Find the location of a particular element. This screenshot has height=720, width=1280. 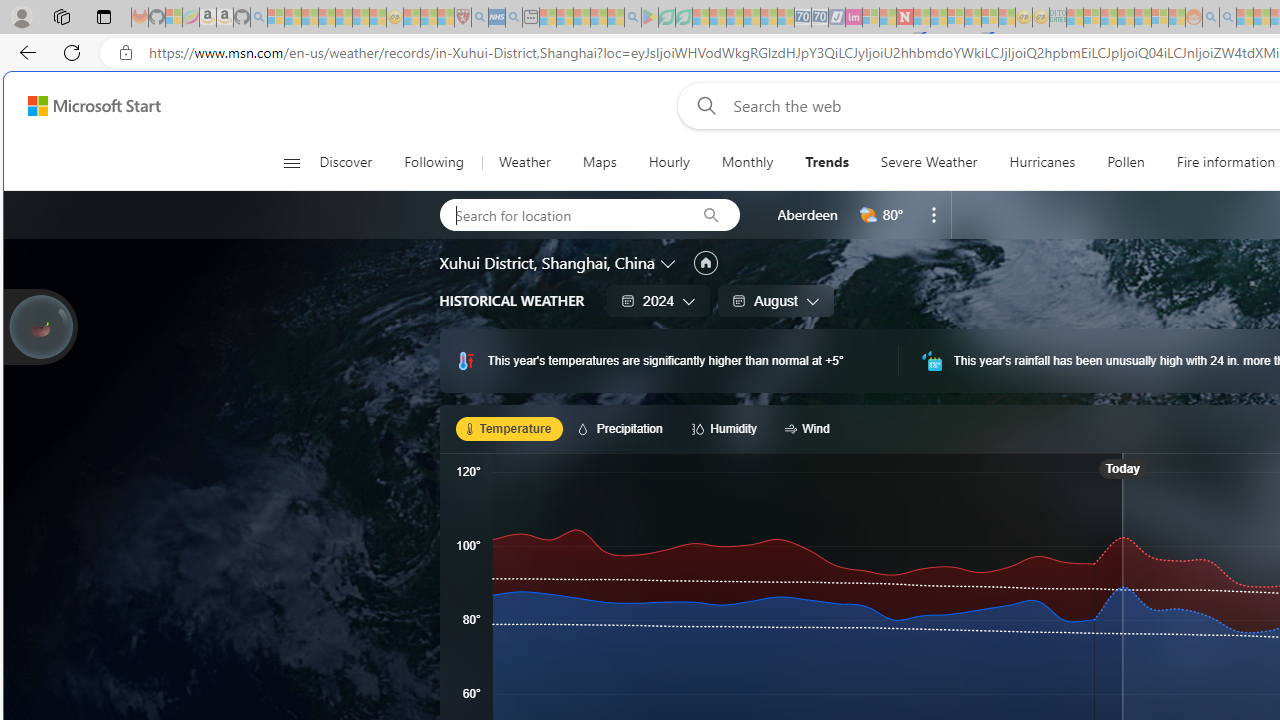

'Pollen' is located at coordinates (1126, 162).